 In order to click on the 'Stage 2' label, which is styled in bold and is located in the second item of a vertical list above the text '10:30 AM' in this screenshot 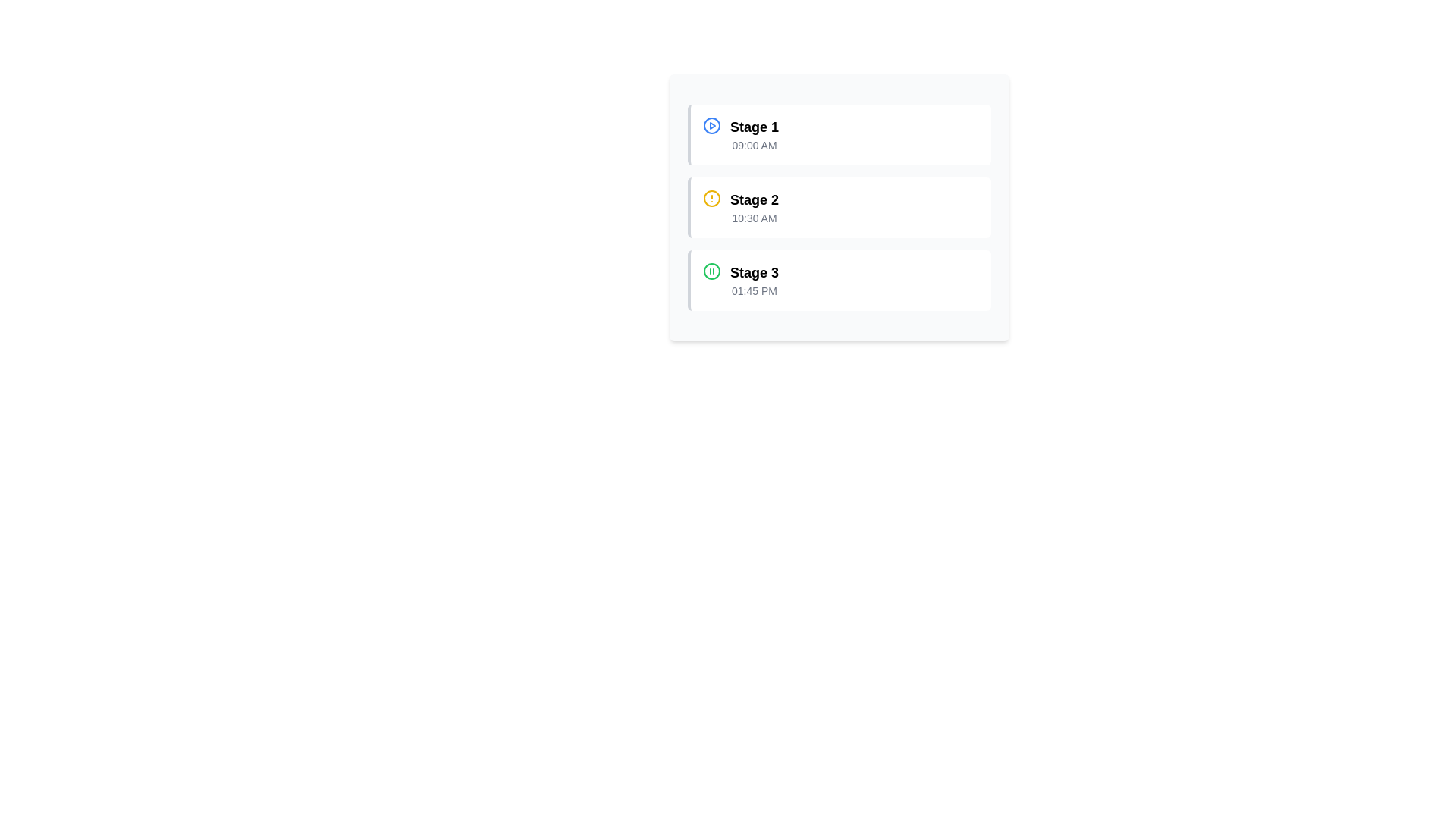, I will do `click(754, 199)`.